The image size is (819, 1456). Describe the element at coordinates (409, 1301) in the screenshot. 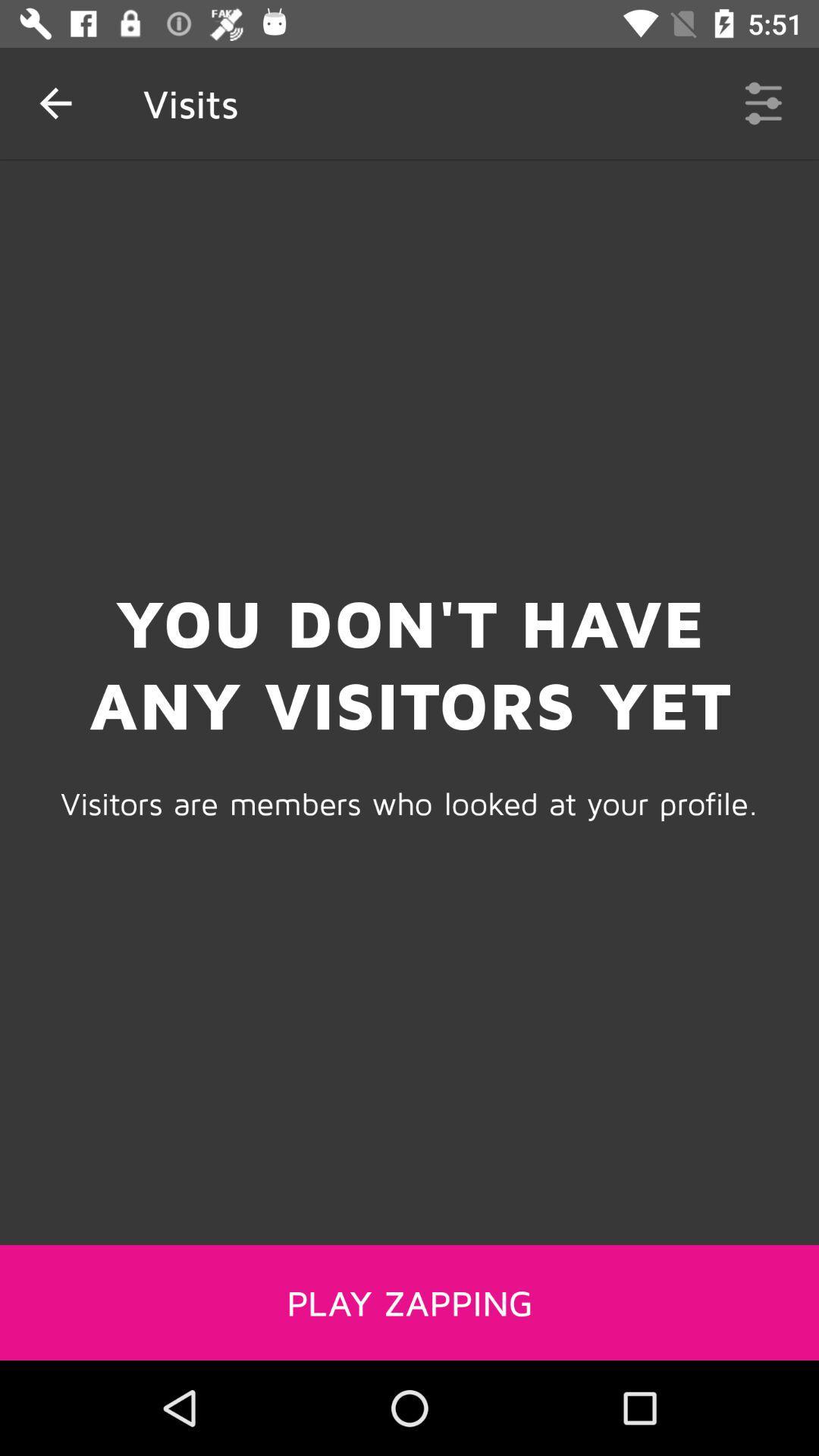

I see `item below visitors are members icon` at that location.